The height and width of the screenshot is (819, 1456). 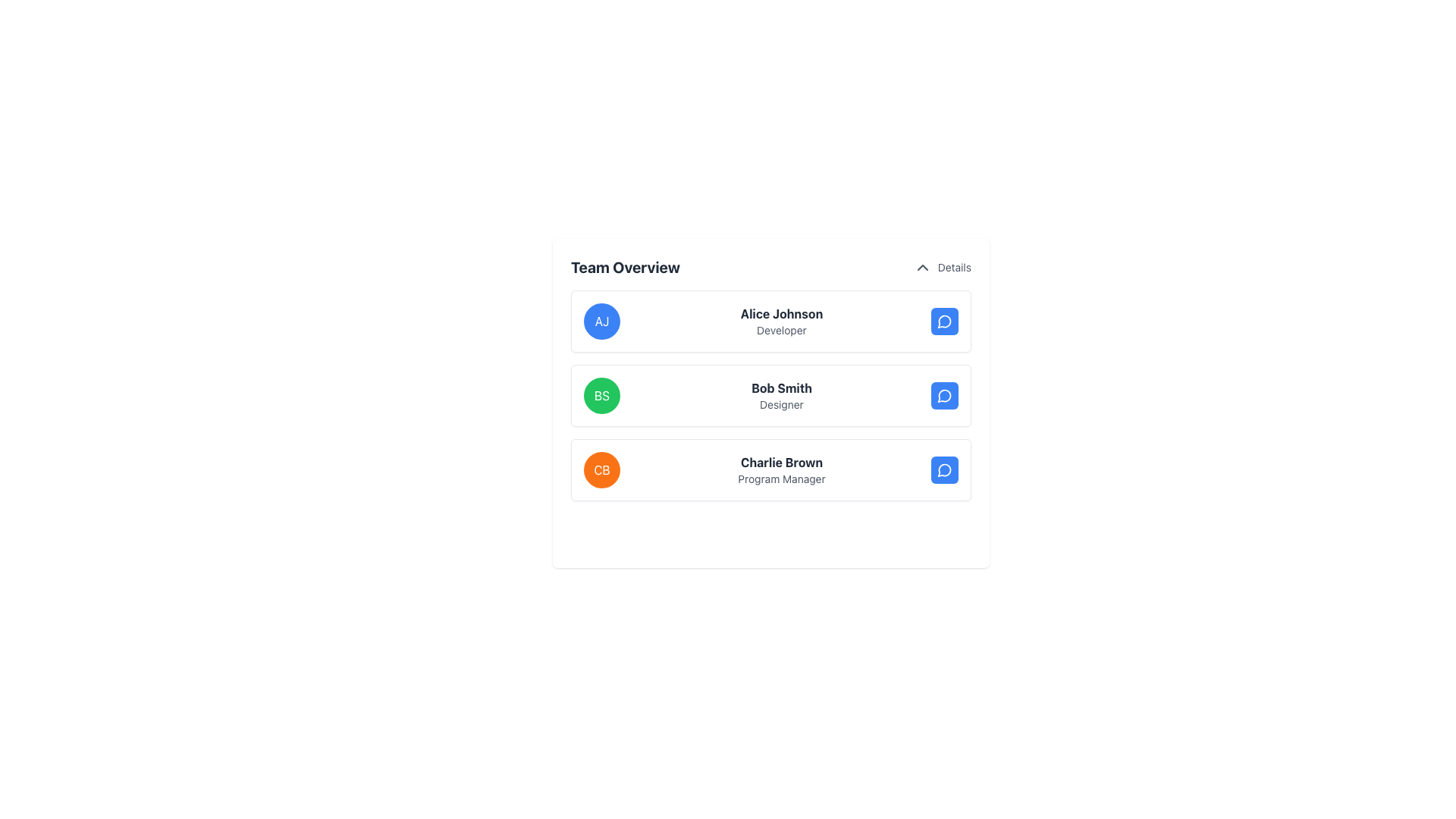 I want to click on the text label displaying 'Program Manager', which is aligned below 'Charlie Brown' in gray font, so click(x=782, y=479).